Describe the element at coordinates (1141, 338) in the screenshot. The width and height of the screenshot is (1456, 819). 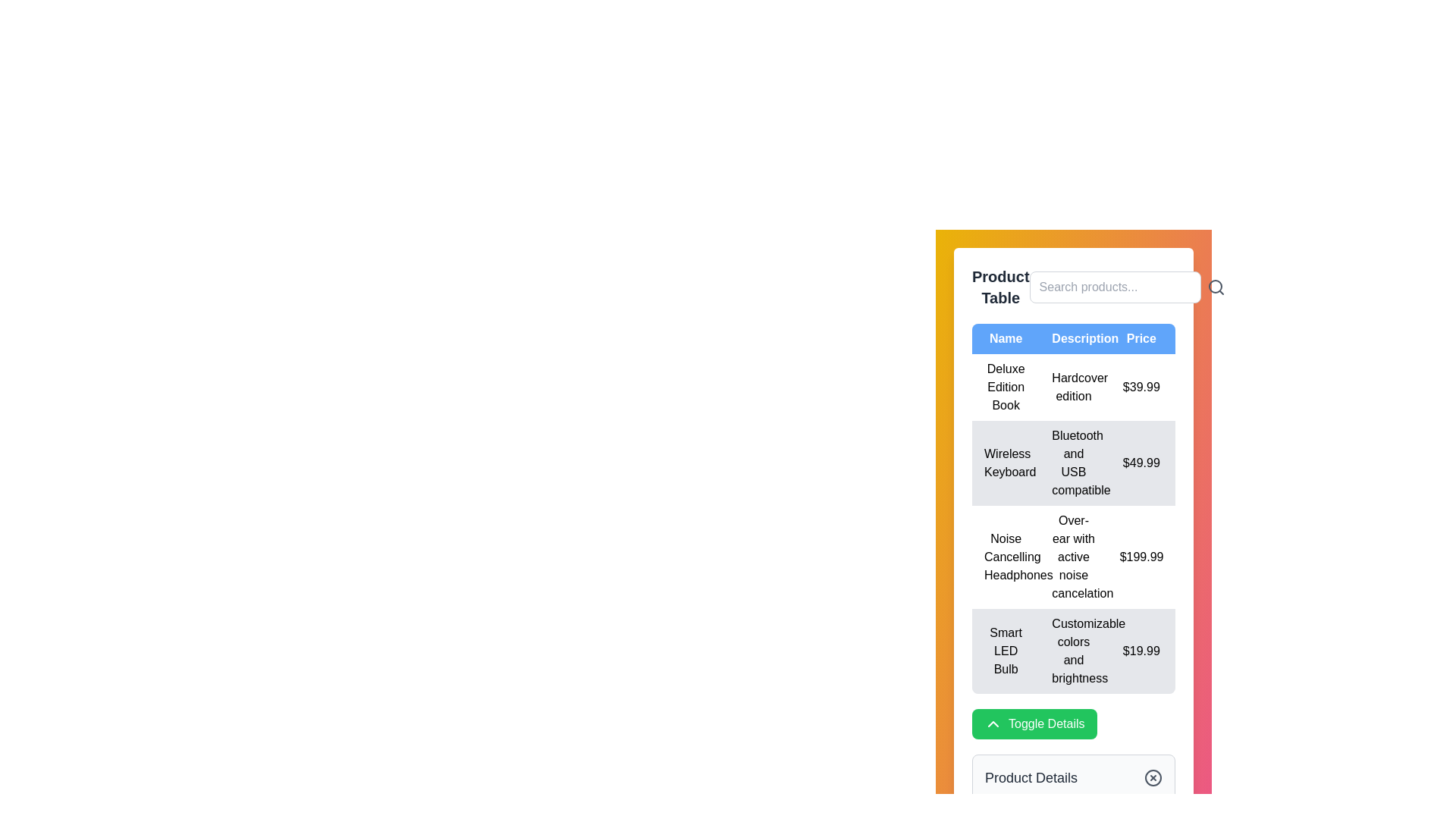
I see `the 'Price' column header in the table, which is the third column header aligned horizontally with 'Name' and 'Description'` at that location.